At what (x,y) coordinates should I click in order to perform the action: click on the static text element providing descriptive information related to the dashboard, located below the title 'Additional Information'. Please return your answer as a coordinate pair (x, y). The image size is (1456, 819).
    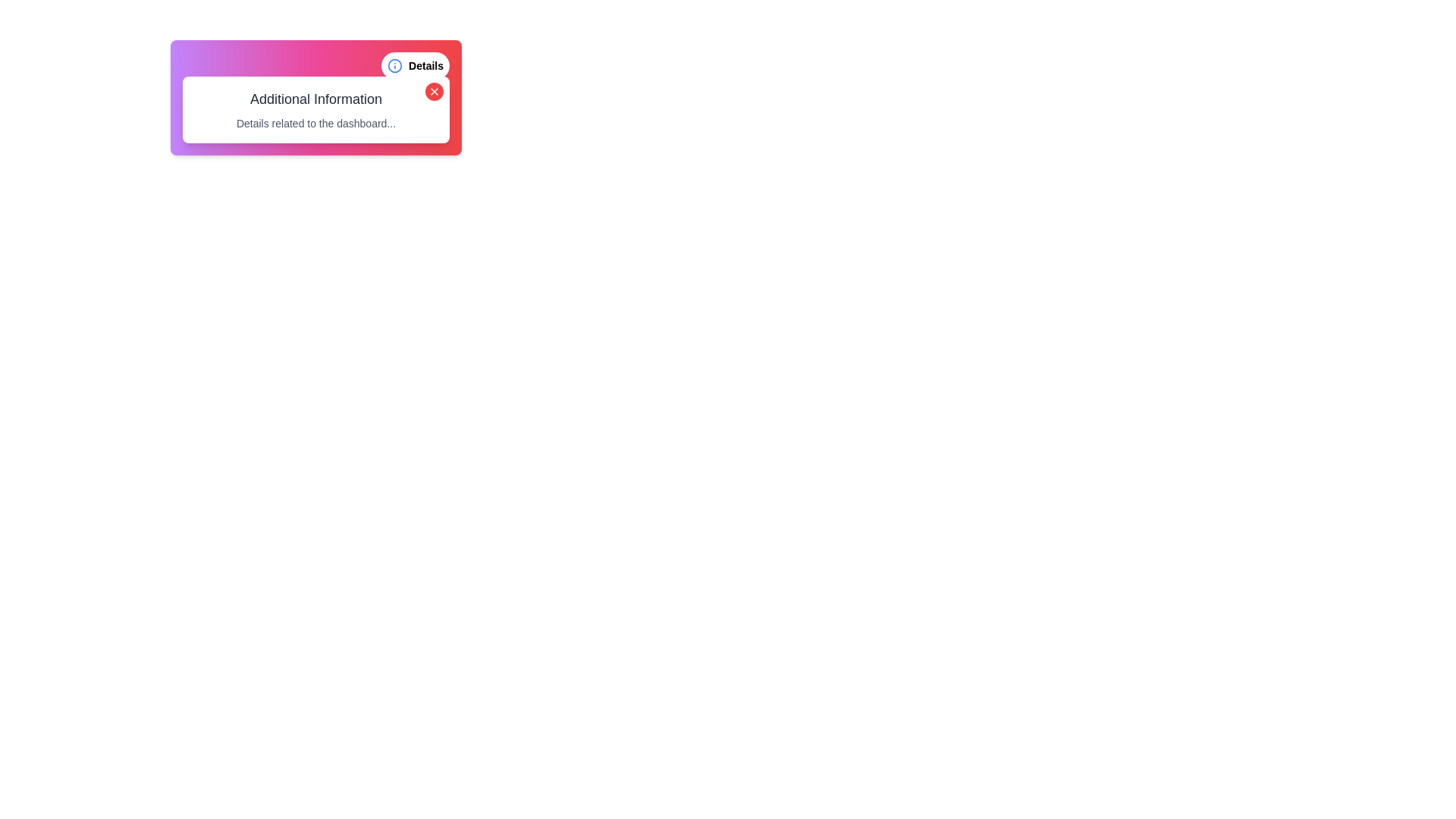
    Looking at the image, I should click on (315, 122).